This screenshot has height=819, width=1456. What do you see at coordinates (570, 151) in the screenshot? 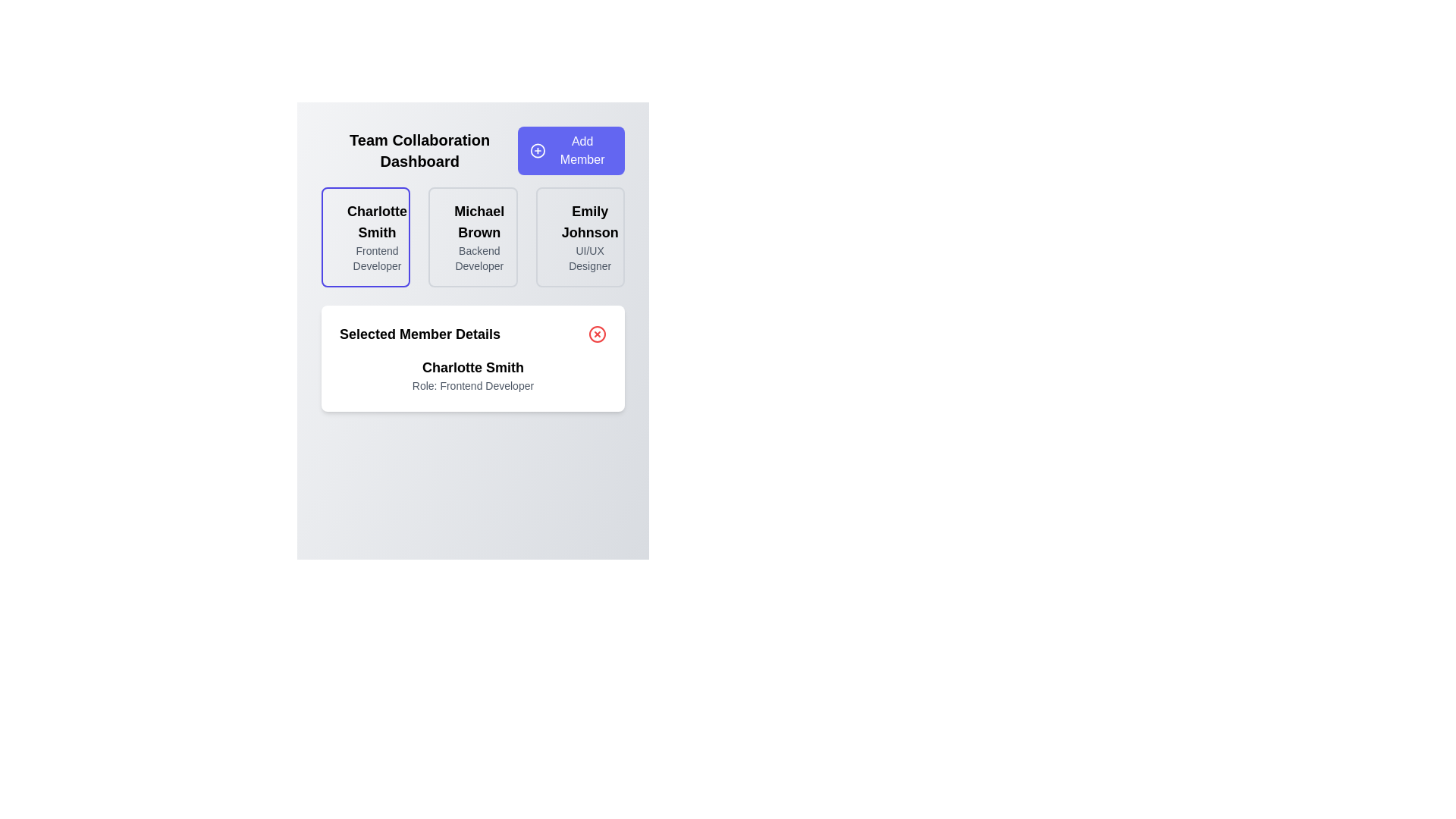
I see `the 'Add New Member' button located in the upper-right section of the interface, adjacent to the 'Team Collaboration Dashboard' text` at bounding box center [570, 151].